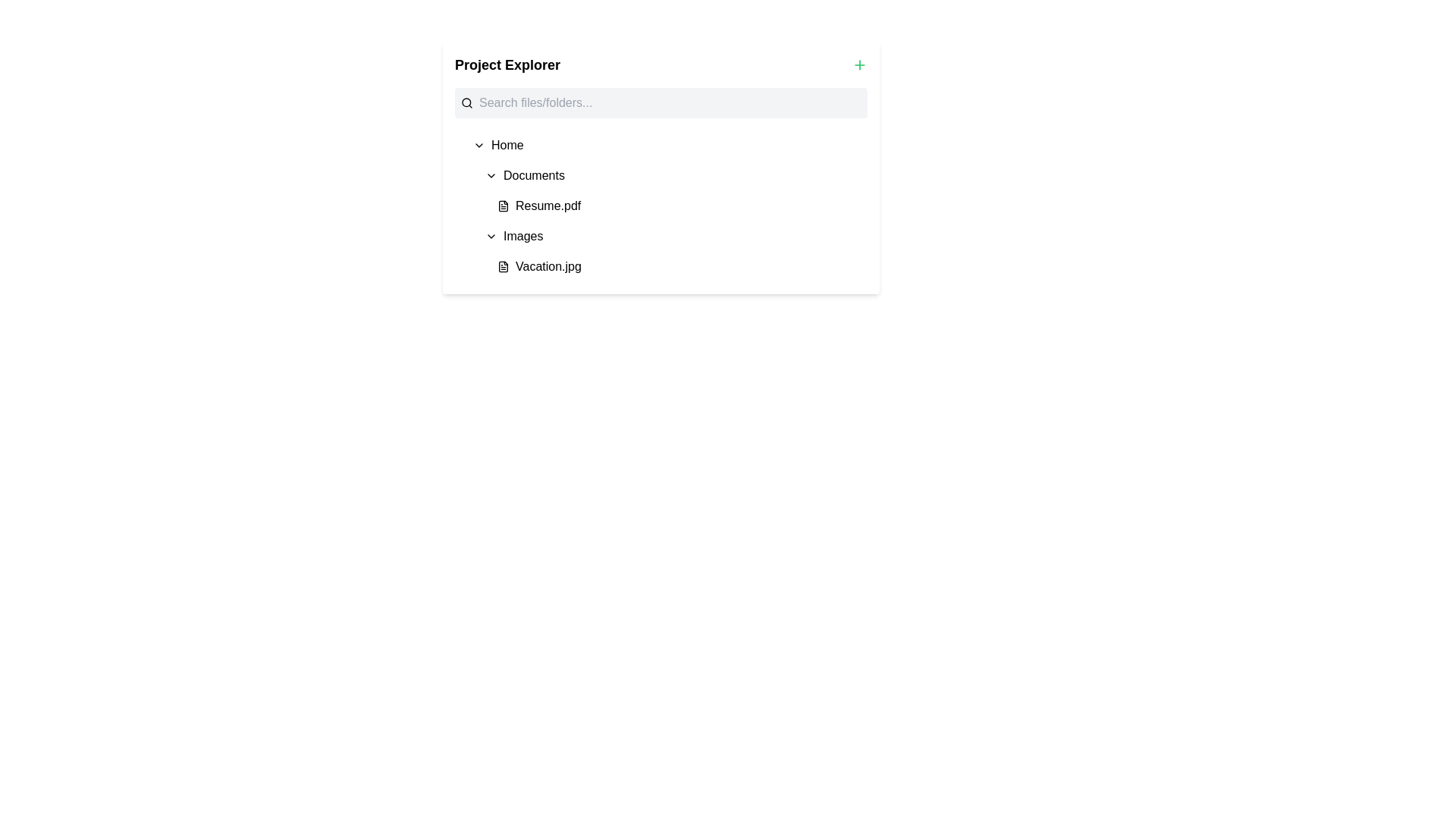  What do you see at coordinates (507, 146) in the screenshot?
I see `the 'Home' text label in the navigation panel` at bounding box center [507, 146].